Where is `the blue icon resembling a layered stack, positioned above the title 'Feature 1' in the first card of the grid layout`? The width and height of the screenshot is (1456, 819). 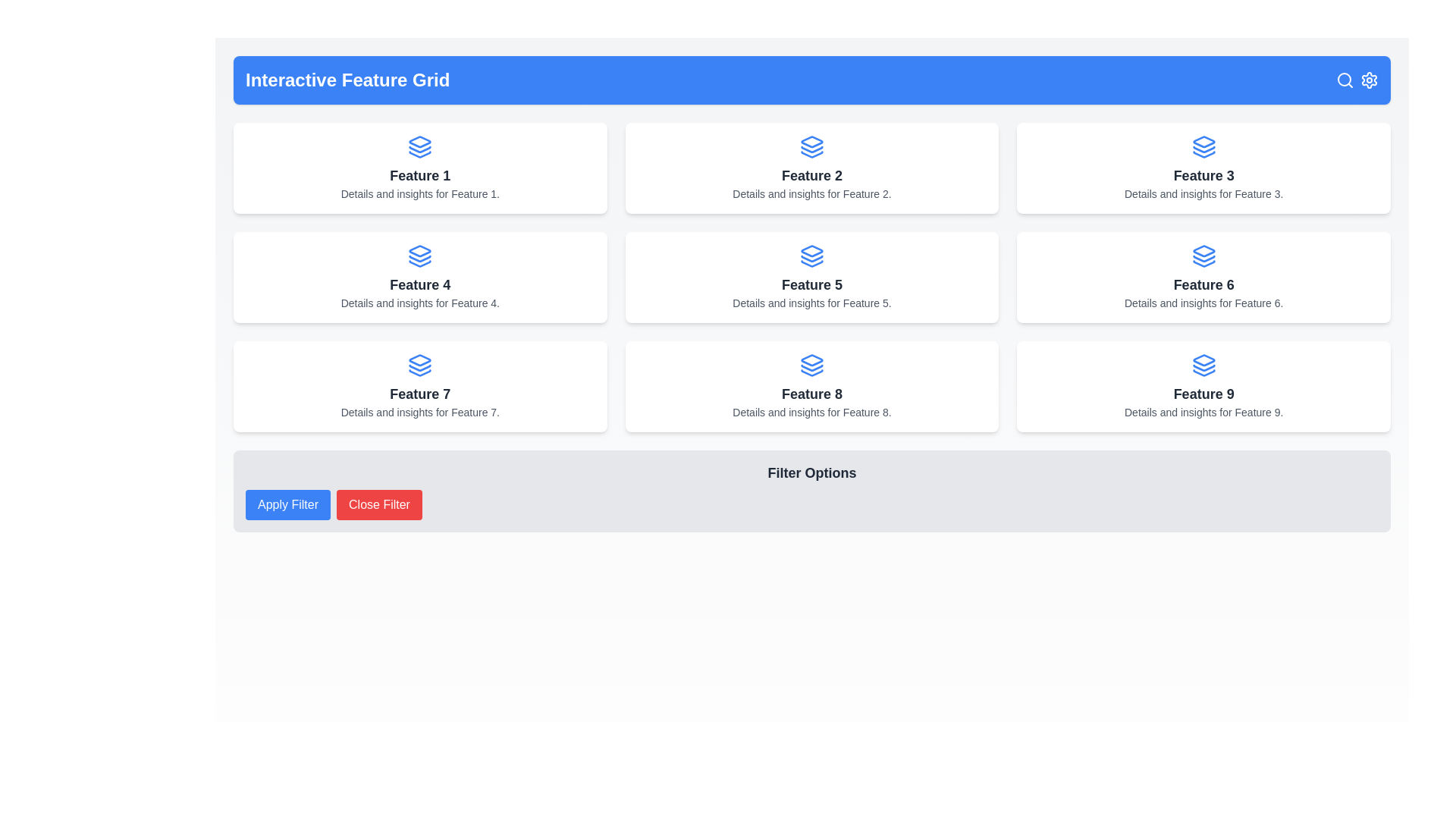
the blue icon resembling a layered stack, positioned above the title 'Feature 1' in the first card of the grid layout is located at coordinates (420, 146).